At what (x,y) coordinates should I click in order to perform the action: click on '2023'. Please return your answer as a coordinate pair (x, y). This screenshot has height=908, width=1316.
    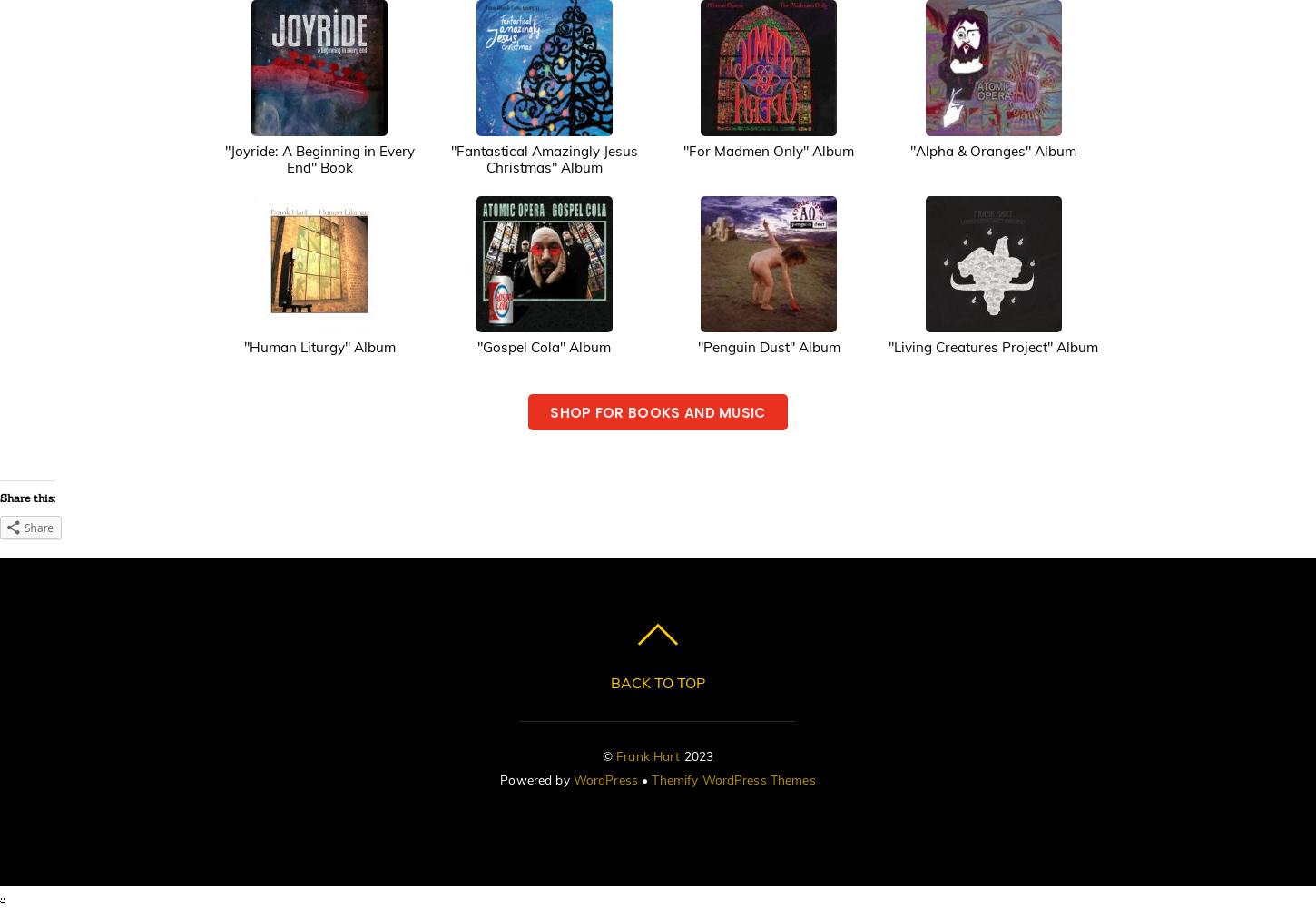
    Looking at the image, I should click on (696, 755).